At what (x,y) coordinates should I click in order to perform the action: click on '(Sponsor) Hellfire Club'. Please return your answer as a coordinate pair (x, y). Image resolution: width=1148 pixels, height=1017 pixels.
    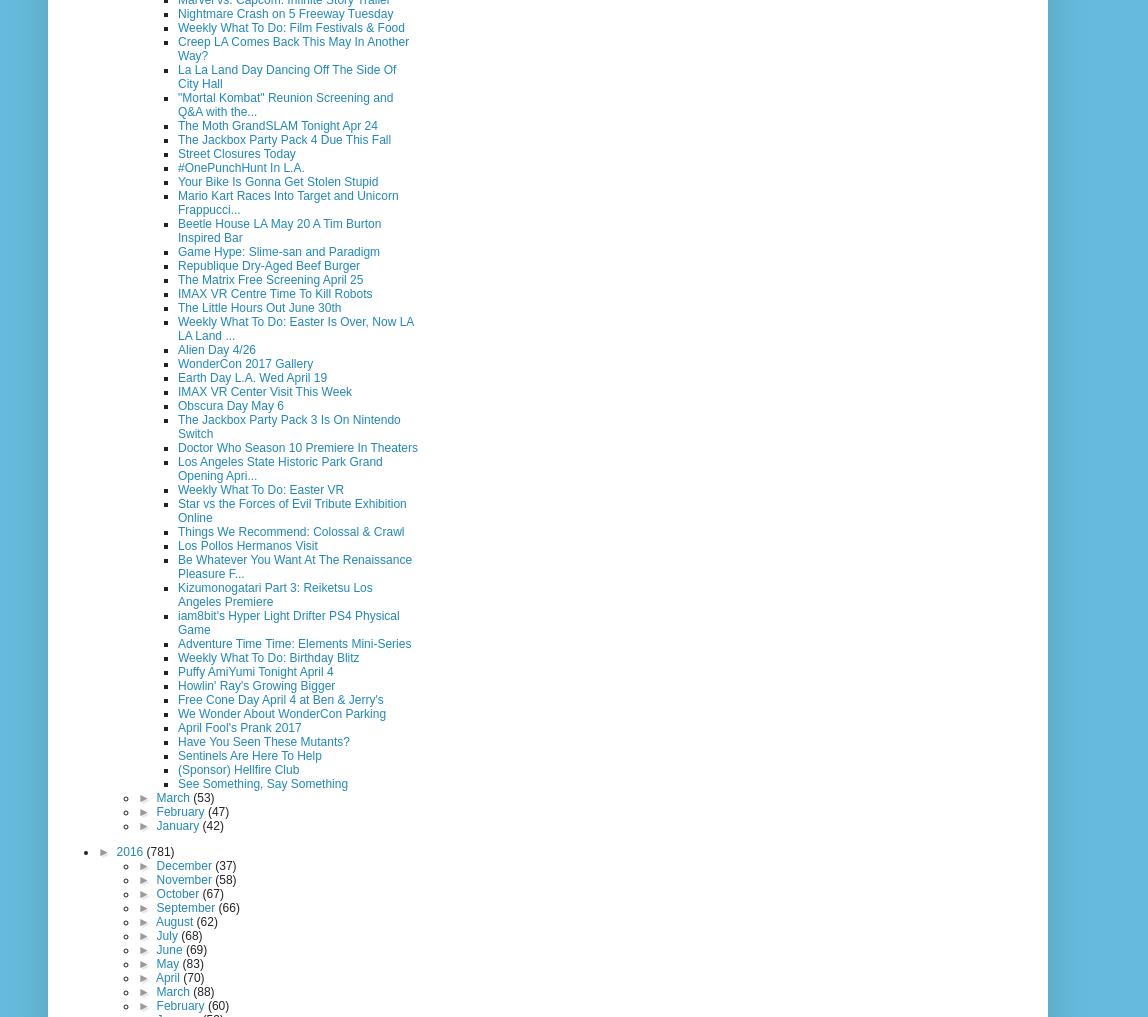
    Looking at the image, I should click on (238, 768).